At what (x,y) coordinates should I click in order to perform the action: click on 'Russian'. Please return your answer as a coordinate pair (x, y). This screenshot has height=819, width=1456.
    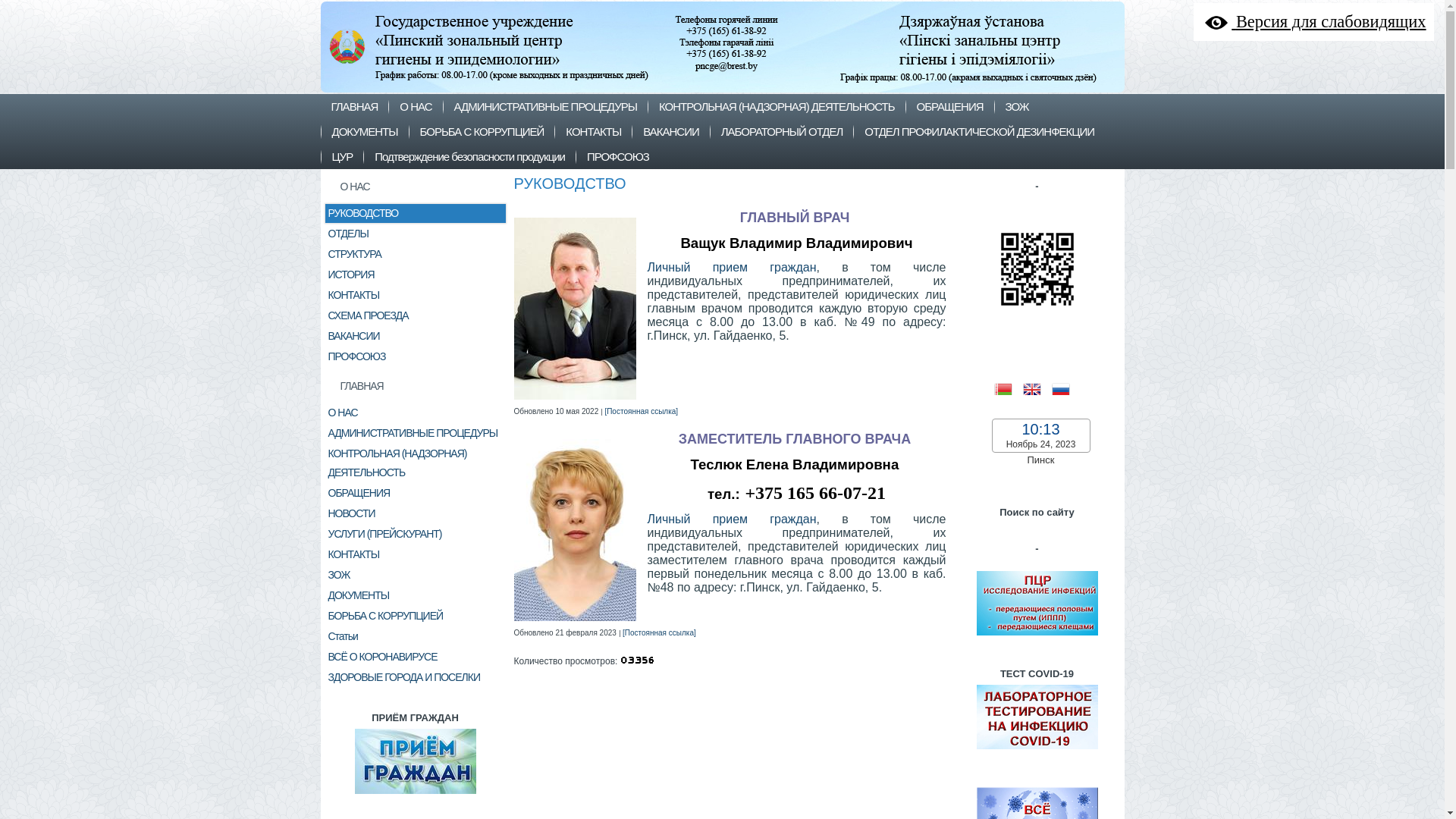
    Looking at the image, I should click on (1065, 387).